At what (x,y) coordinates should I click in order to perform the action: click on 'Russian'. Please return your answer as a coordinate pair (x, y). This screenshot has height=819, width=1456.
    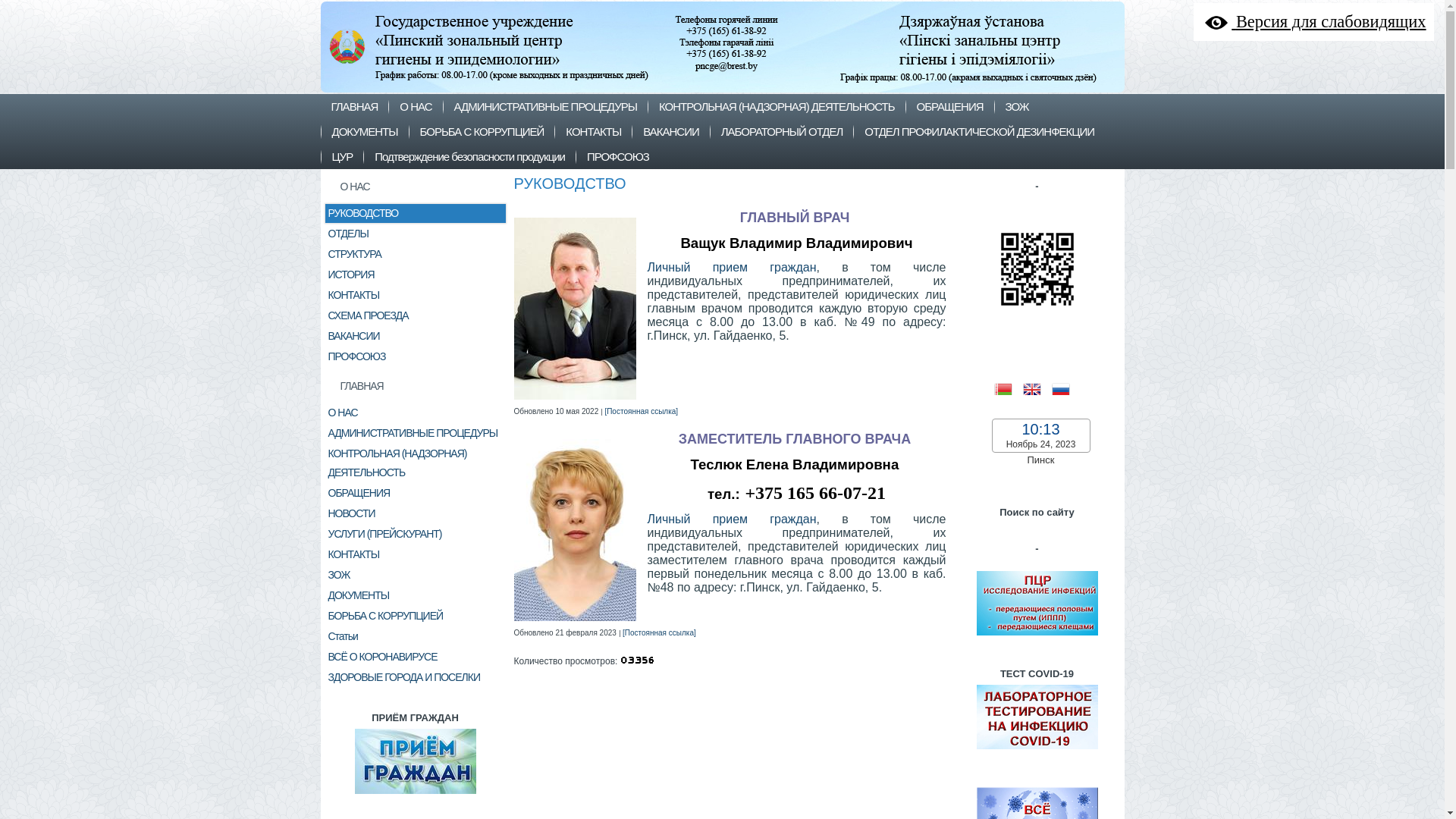
    Looking at the image, I should click on (1065, 387).